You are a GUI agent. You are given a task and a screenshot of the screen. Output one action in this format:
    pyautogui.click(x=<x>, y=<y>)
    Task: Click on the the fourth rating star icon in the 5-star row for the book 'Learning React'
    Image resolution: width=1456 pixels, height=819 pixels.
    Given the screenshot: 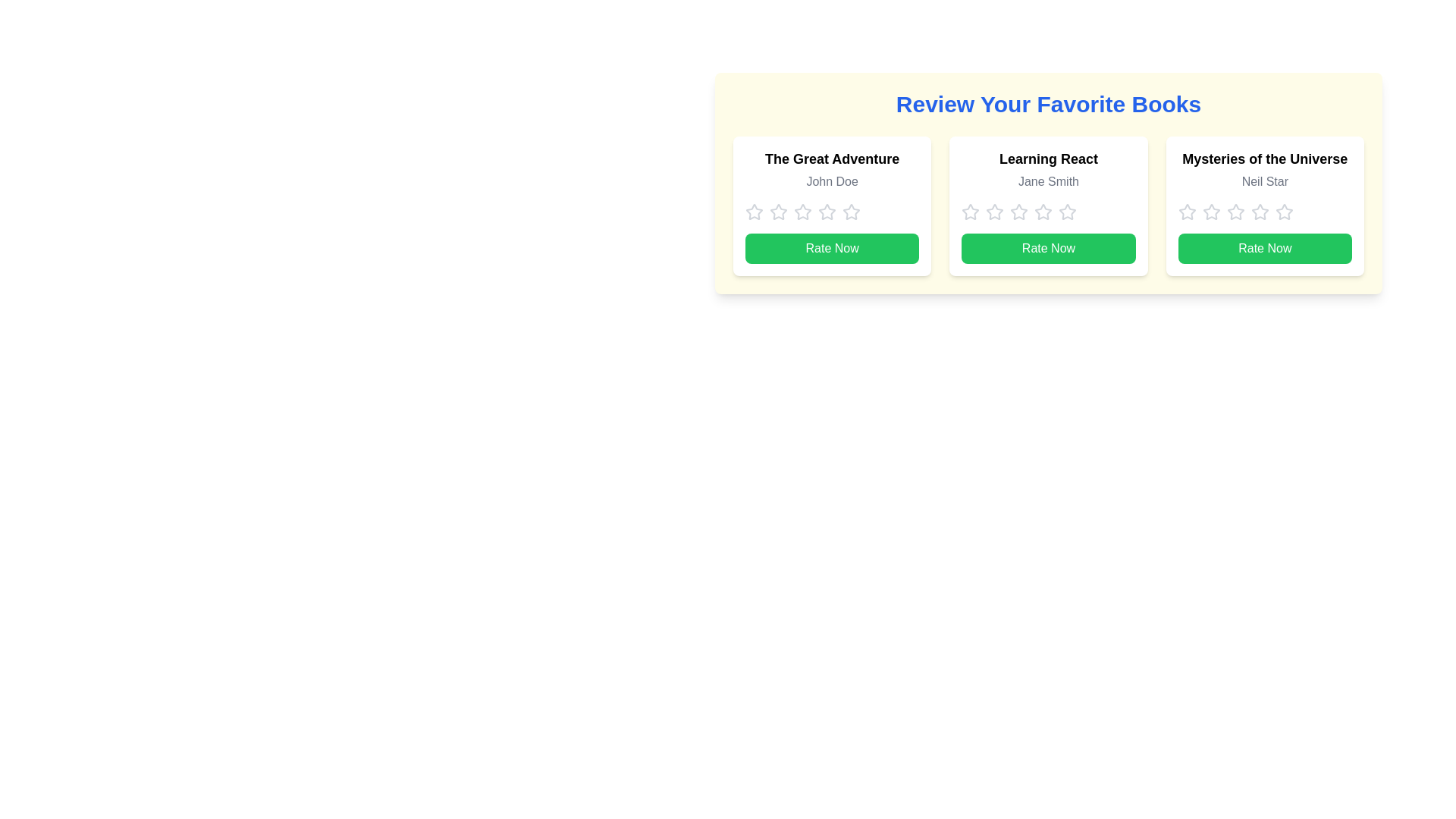 What is the action you would take?
    pyautogui.click(x=1067, y=212)
    